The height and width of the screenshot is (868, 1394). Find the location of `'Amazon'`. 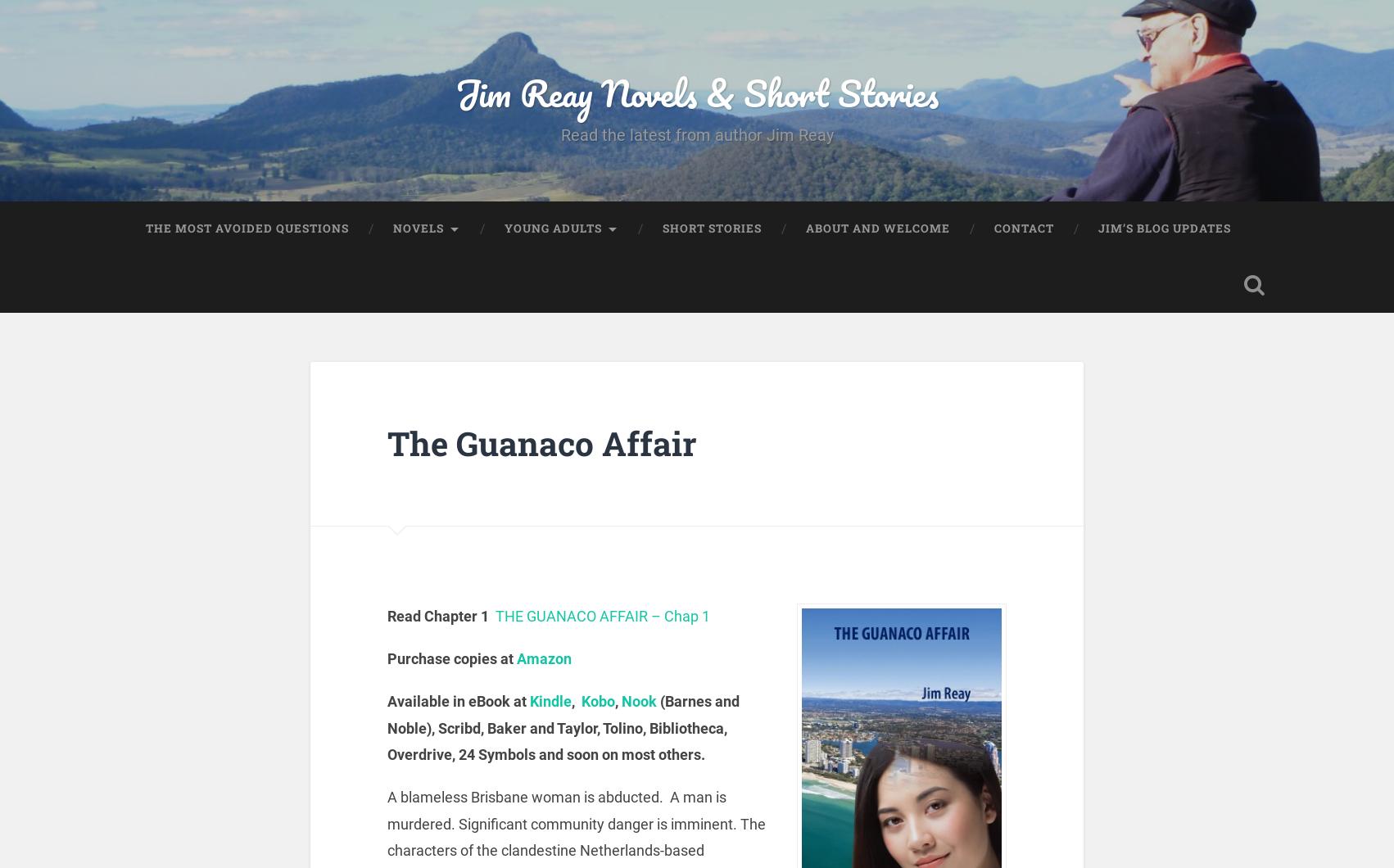

'Amazon' is located at coordinates (544, 658).